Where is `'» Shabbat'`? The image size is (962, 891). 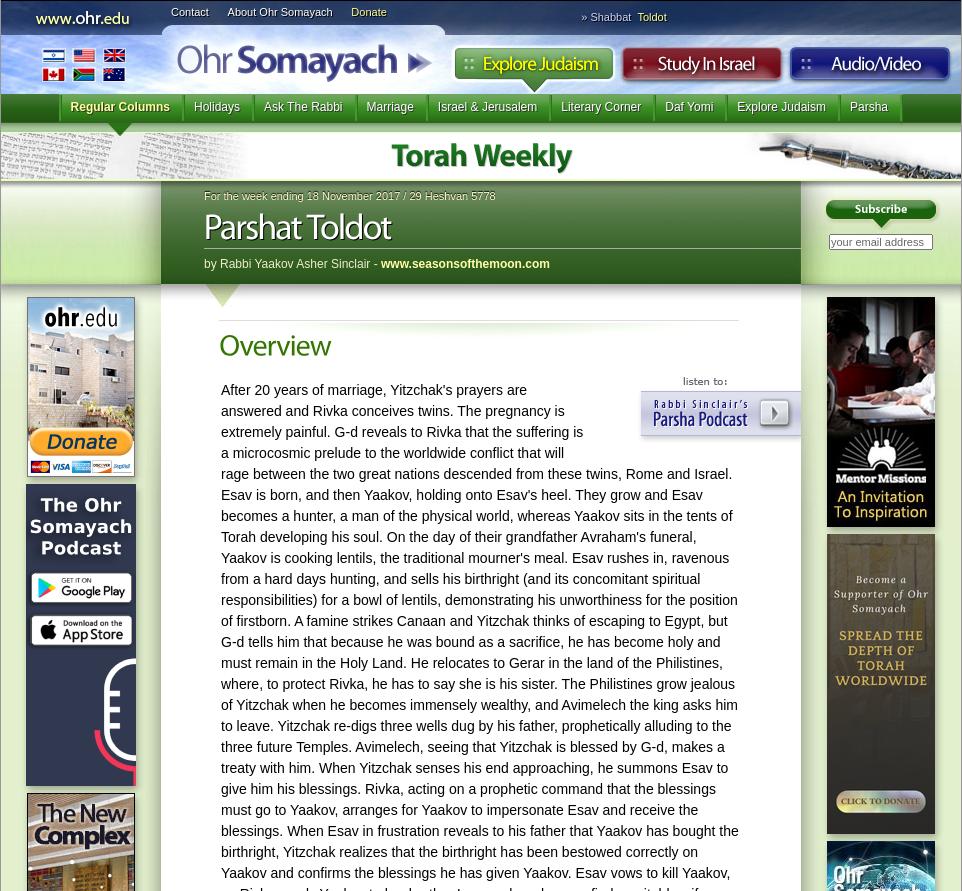
'» Shabbat' is located at coordinates (580, 17).